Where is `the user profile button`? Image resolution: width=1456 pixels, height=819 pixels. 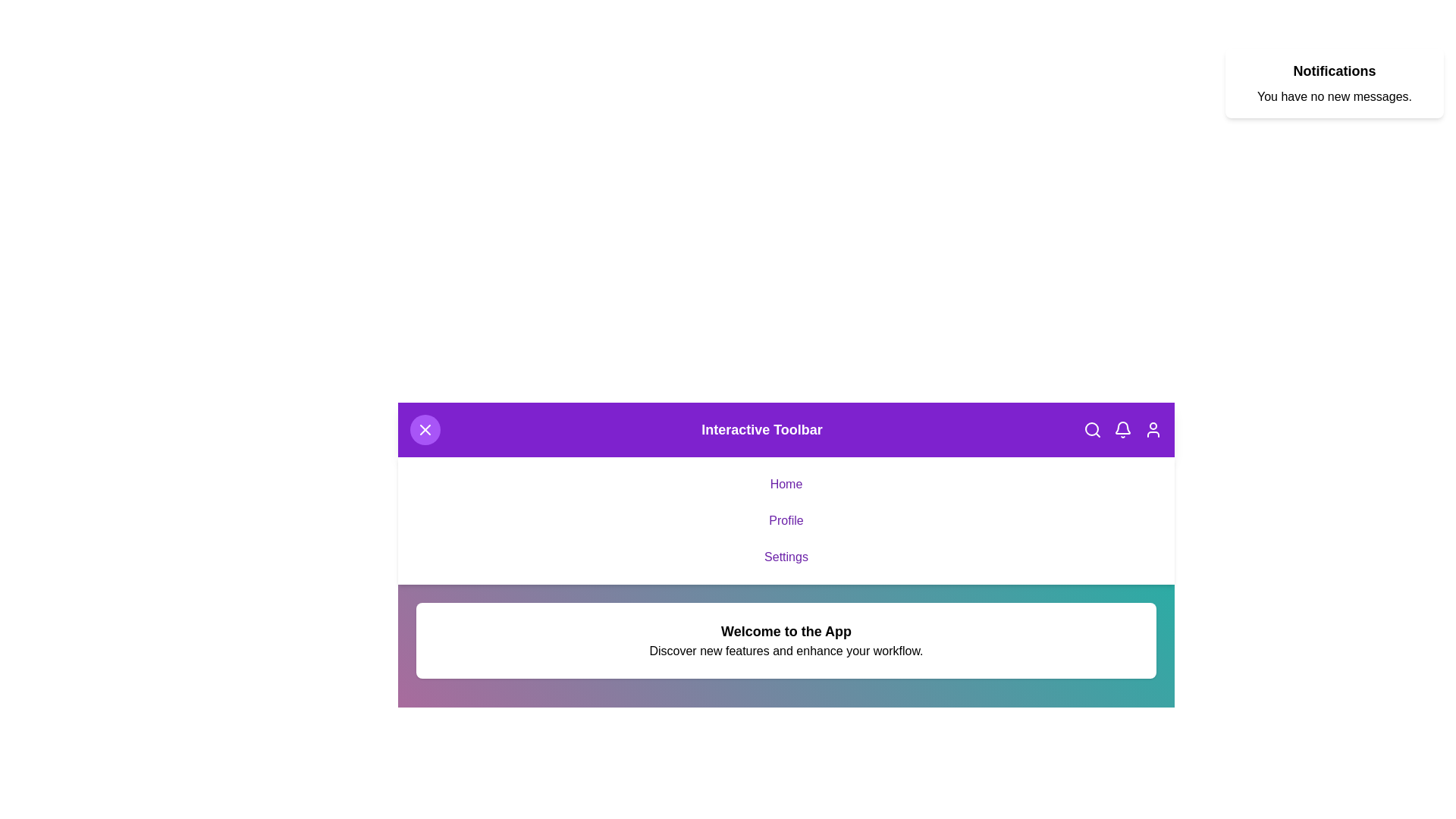 the user profile button is located at coordinates (1153, 430).